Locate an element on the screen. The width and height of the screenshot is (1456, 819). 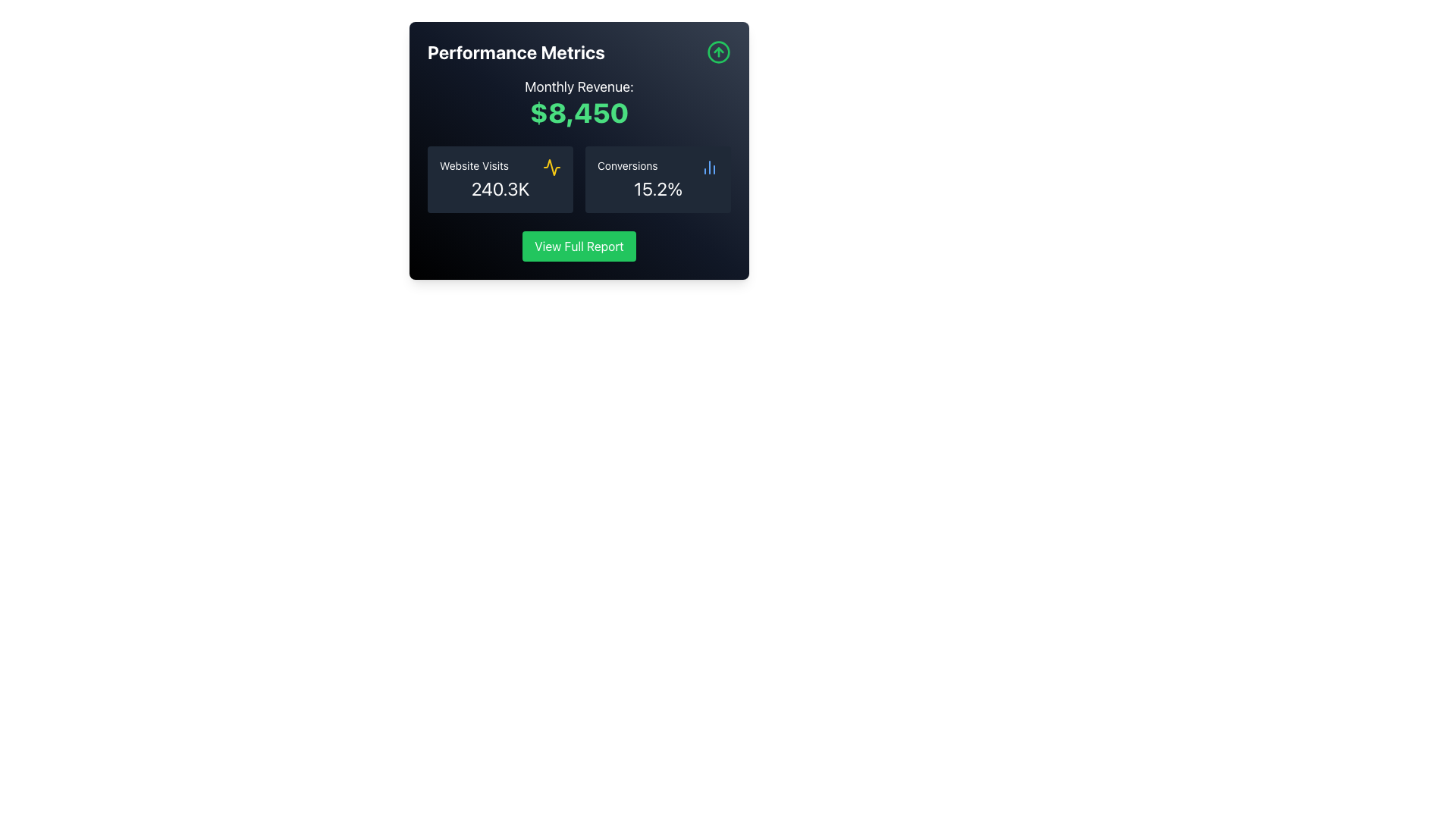
the yellow zigzag line icon representing a waveform located in the 'Website Visits' section of the performance metrics dashboard card, adjacent to the text '240.3K' is located at coordinates (551, 167).